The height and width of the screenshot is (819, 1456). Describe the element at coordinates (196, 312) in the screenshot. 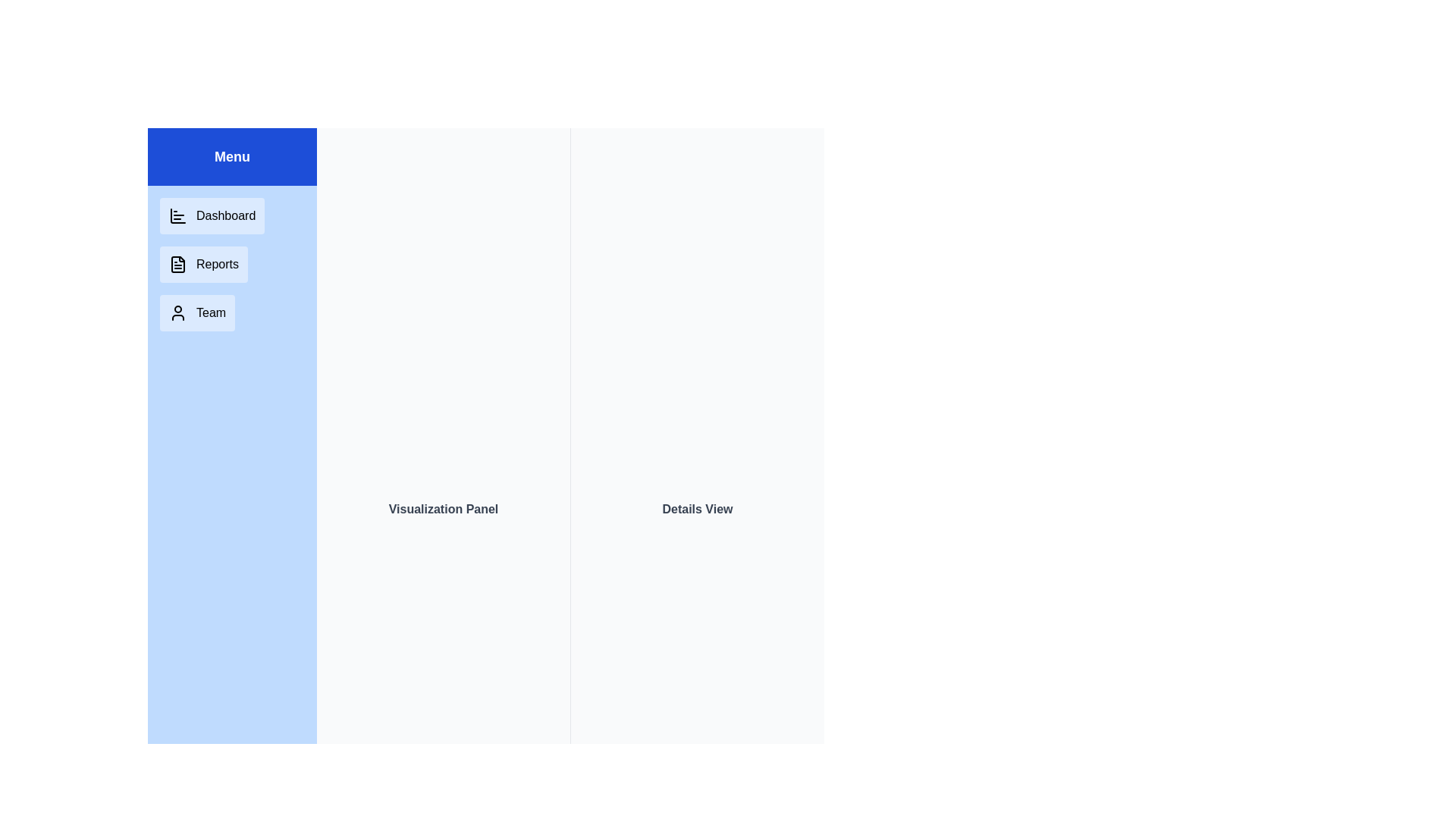

I see `the 'Team' button, which is the third item in the vertical menu under 'Menu', located below the 'Reports' button and above other menu items` at that location.